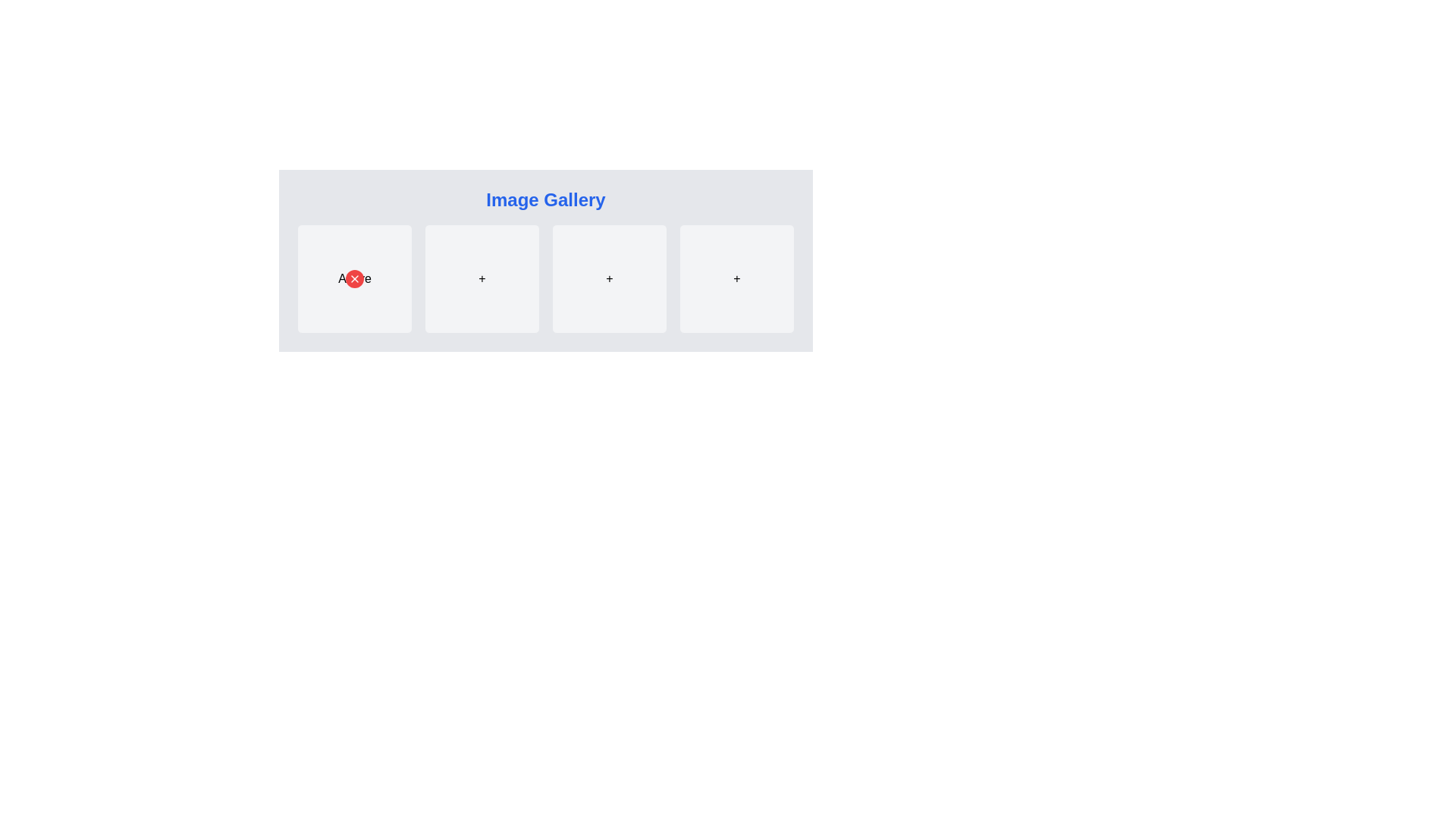 The height and width of the screenshot is (819, 1456). What do you see at coordinates (546, 259) in the screenshot?
I see `the second grid item in the Image Gallery grid layout` at bounding box center [546, 259].